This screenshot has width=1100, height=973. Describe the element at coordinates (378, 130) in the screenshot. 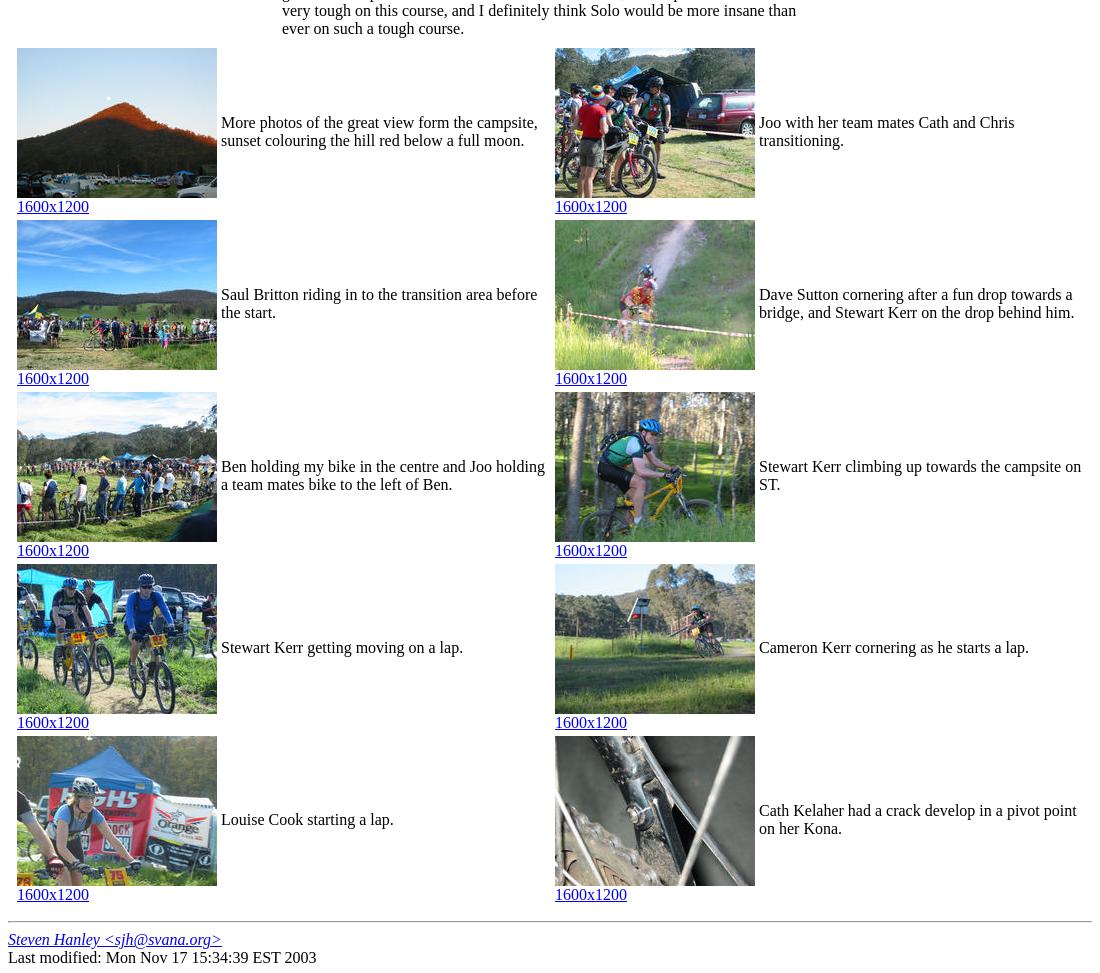

I see `'More photos of the great view form the campsite, sunset colouring the
       hill red below a full moon.'` at that location.